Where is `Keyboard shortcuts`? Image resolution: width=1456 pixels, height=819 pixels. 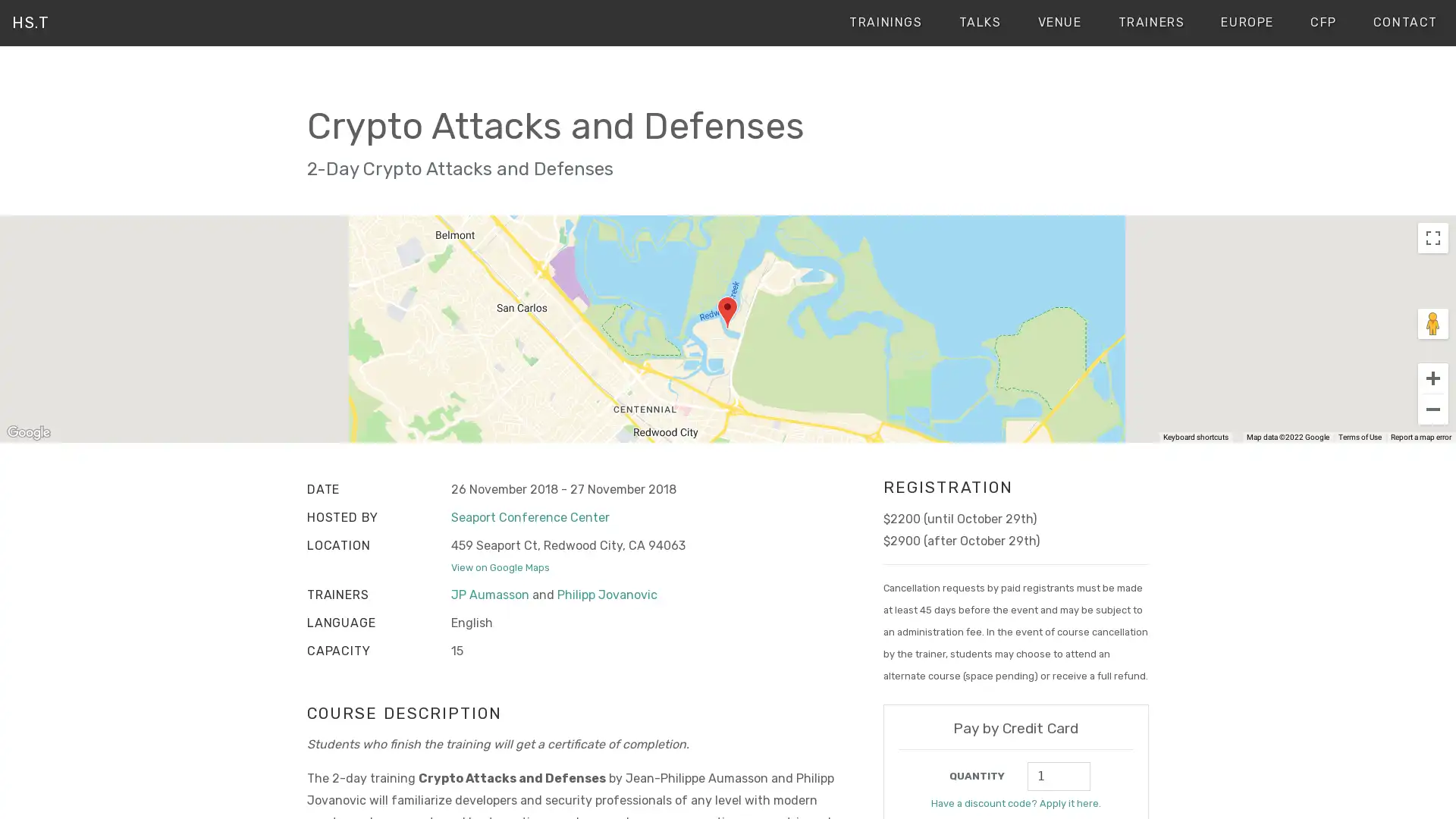
Keyboard shortcuts is located at coordinates (1203, 438).